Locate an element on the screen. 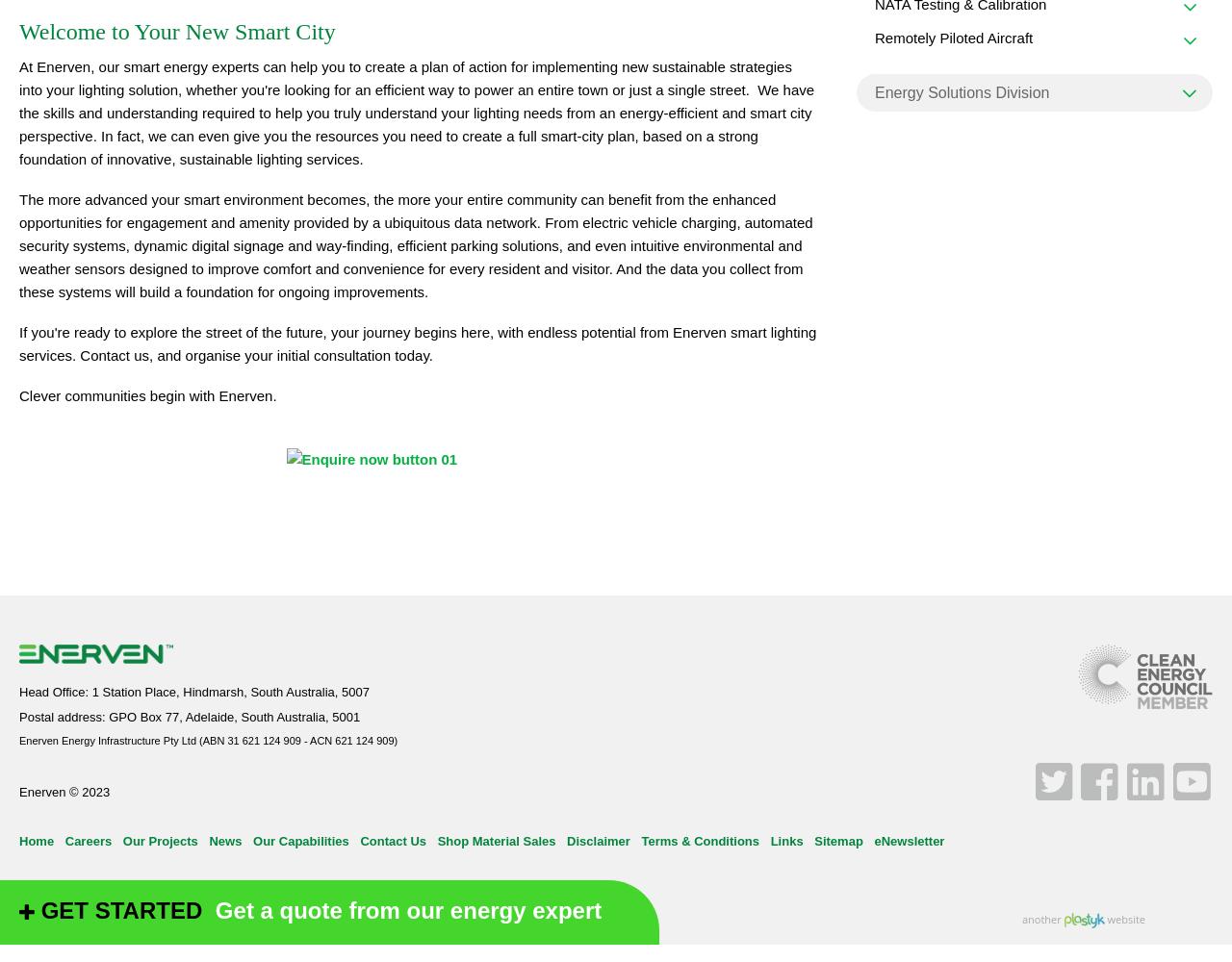  'another' is located at coordinates (1041, 917).